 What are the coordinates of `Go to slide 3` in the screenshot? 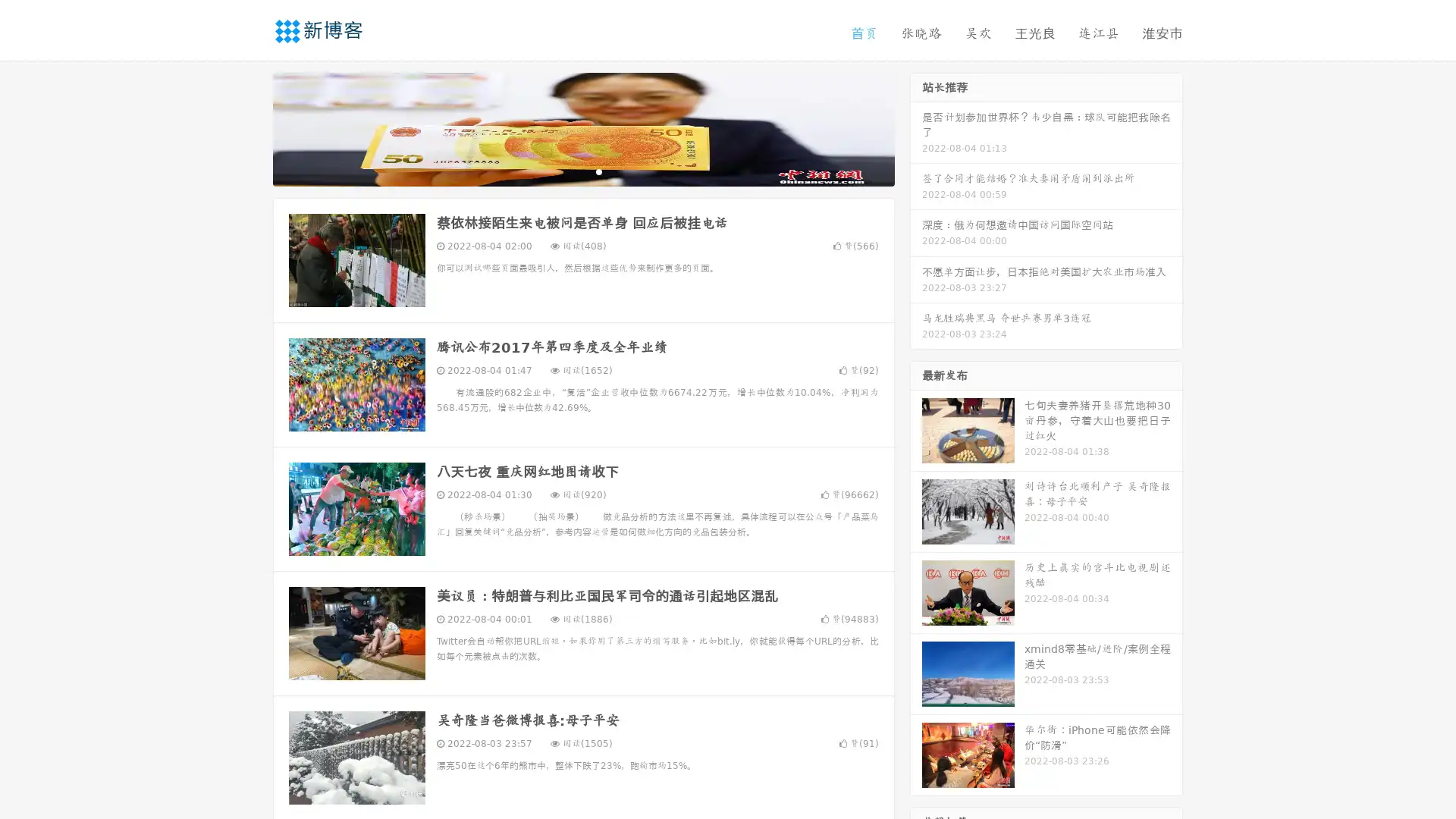 It's located at (598, 171).